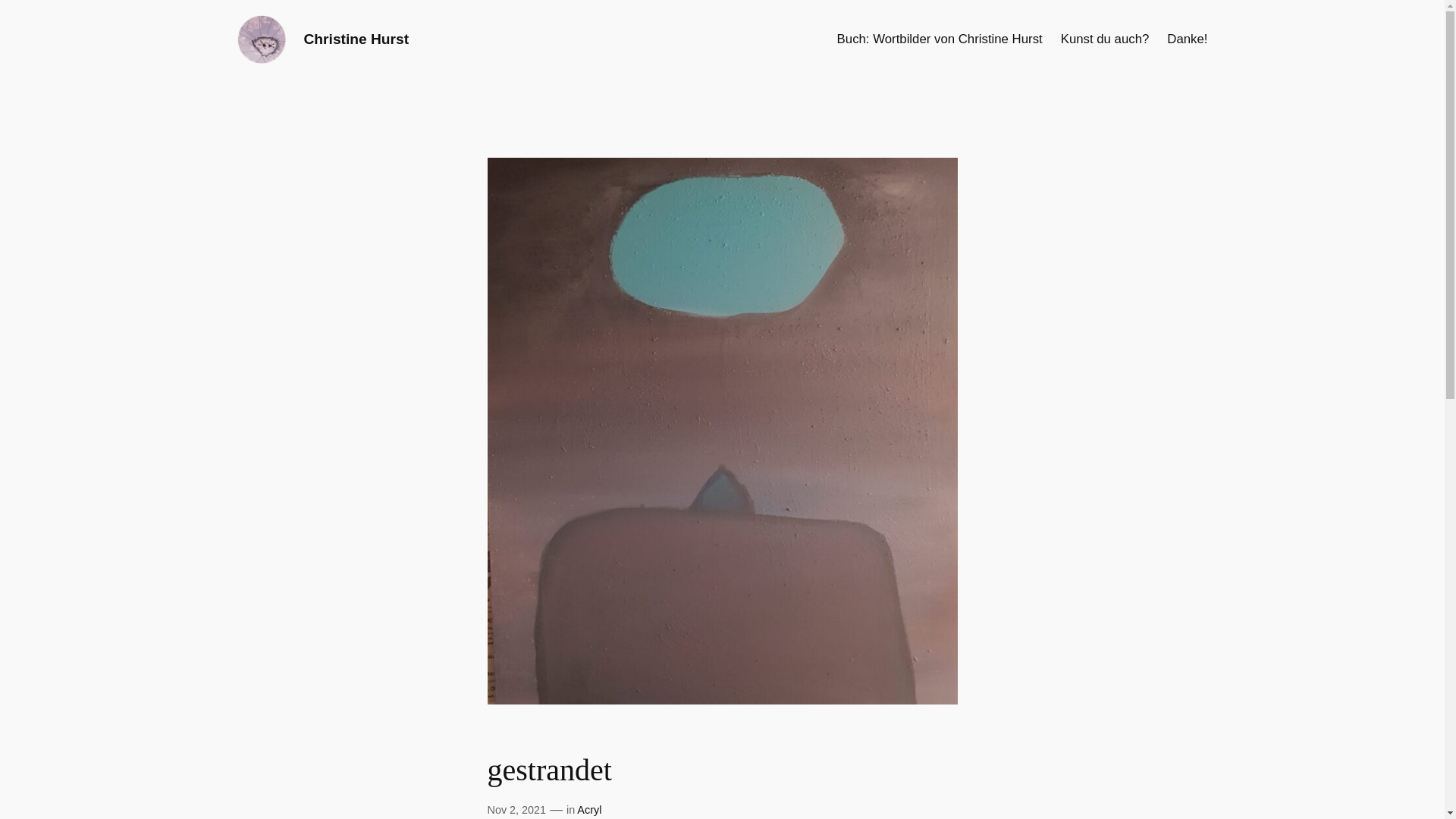 This screenshot has width=1456, height=819. I want to click on 'Nov 2, 2021', so click(516, 809).